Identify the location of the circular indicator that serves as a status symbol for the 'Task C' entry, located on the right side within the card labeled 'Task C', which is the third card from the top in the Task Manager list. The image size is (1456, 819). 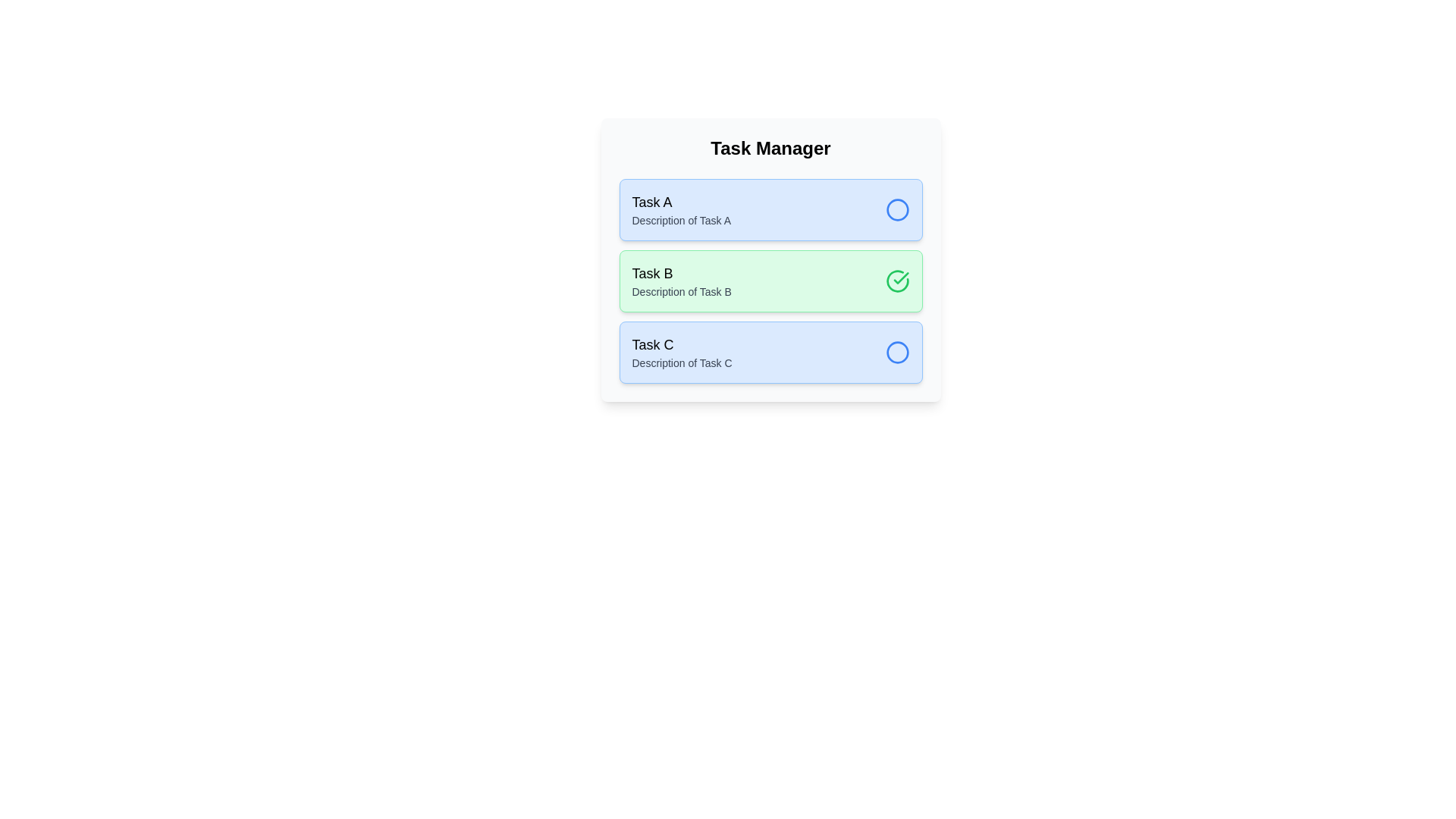
(897, 353).